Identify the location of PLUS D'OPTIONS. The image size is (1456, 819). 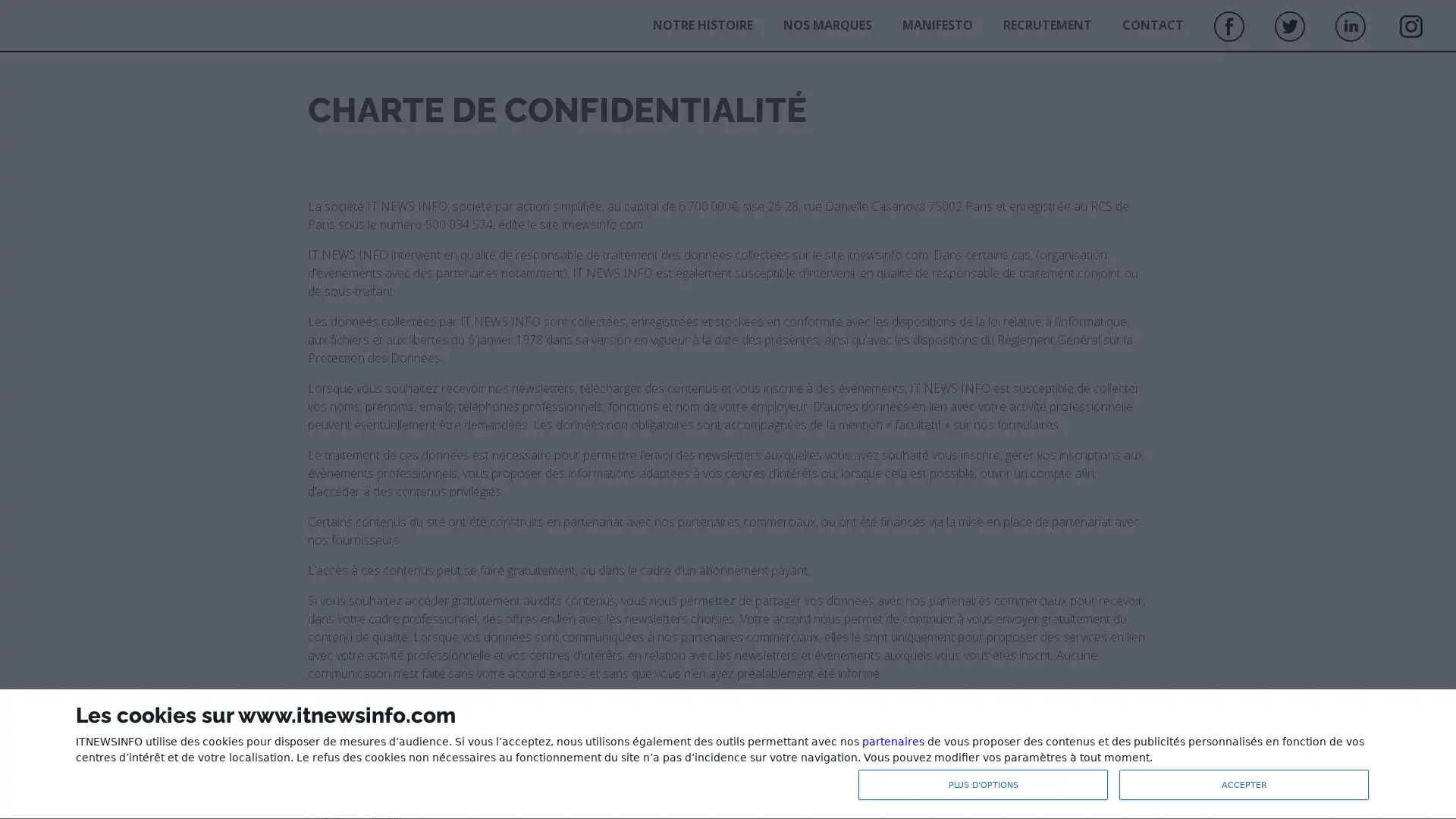
(983, 784).